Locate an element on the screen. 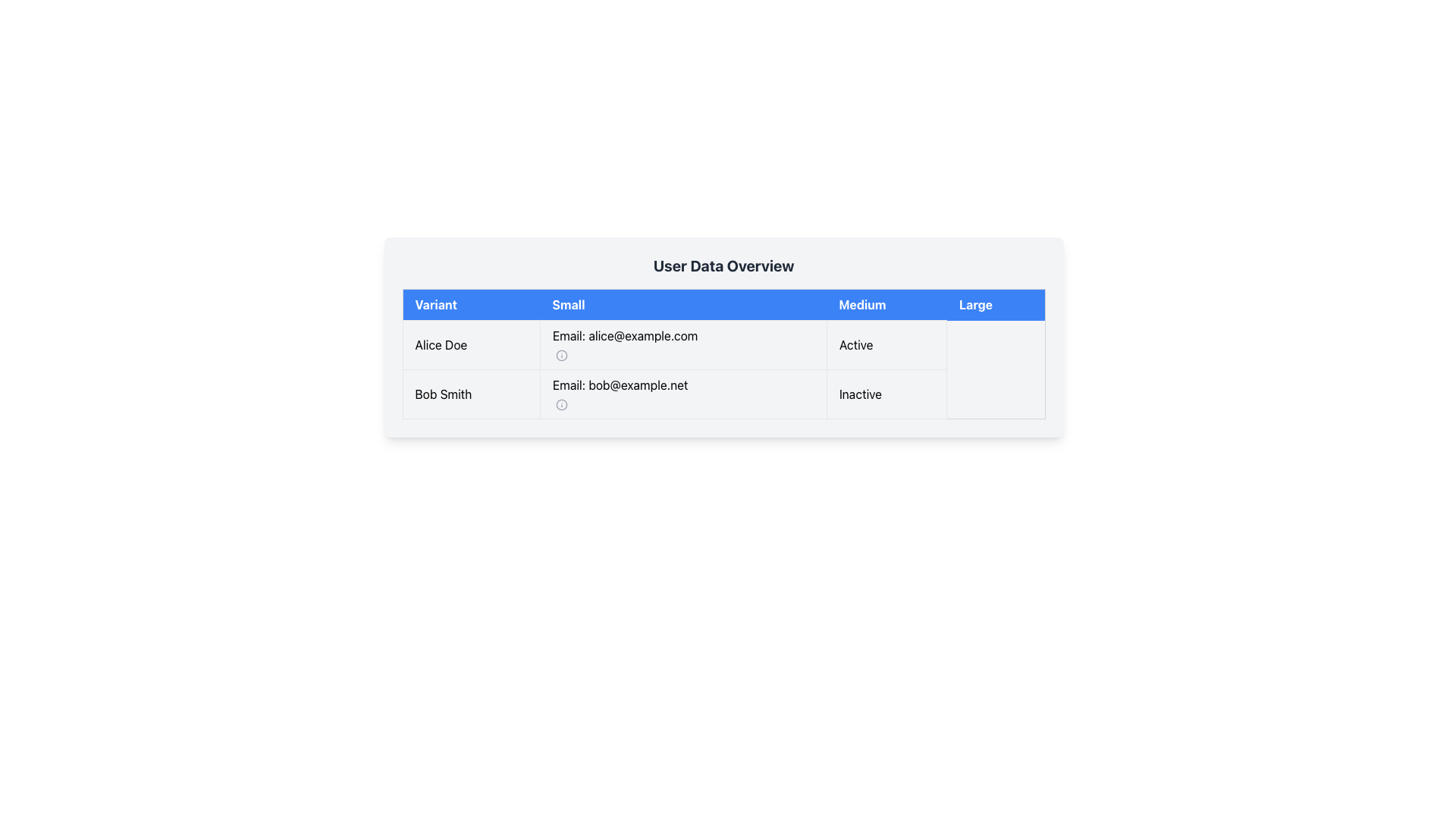 The height and width of the screenshot is (819, 1456). the info icon styled as a lowercase 'i' in a circle, located to the right of the email text 'alice@example.com' in the first row of the table is located at coordinates (560, 354).